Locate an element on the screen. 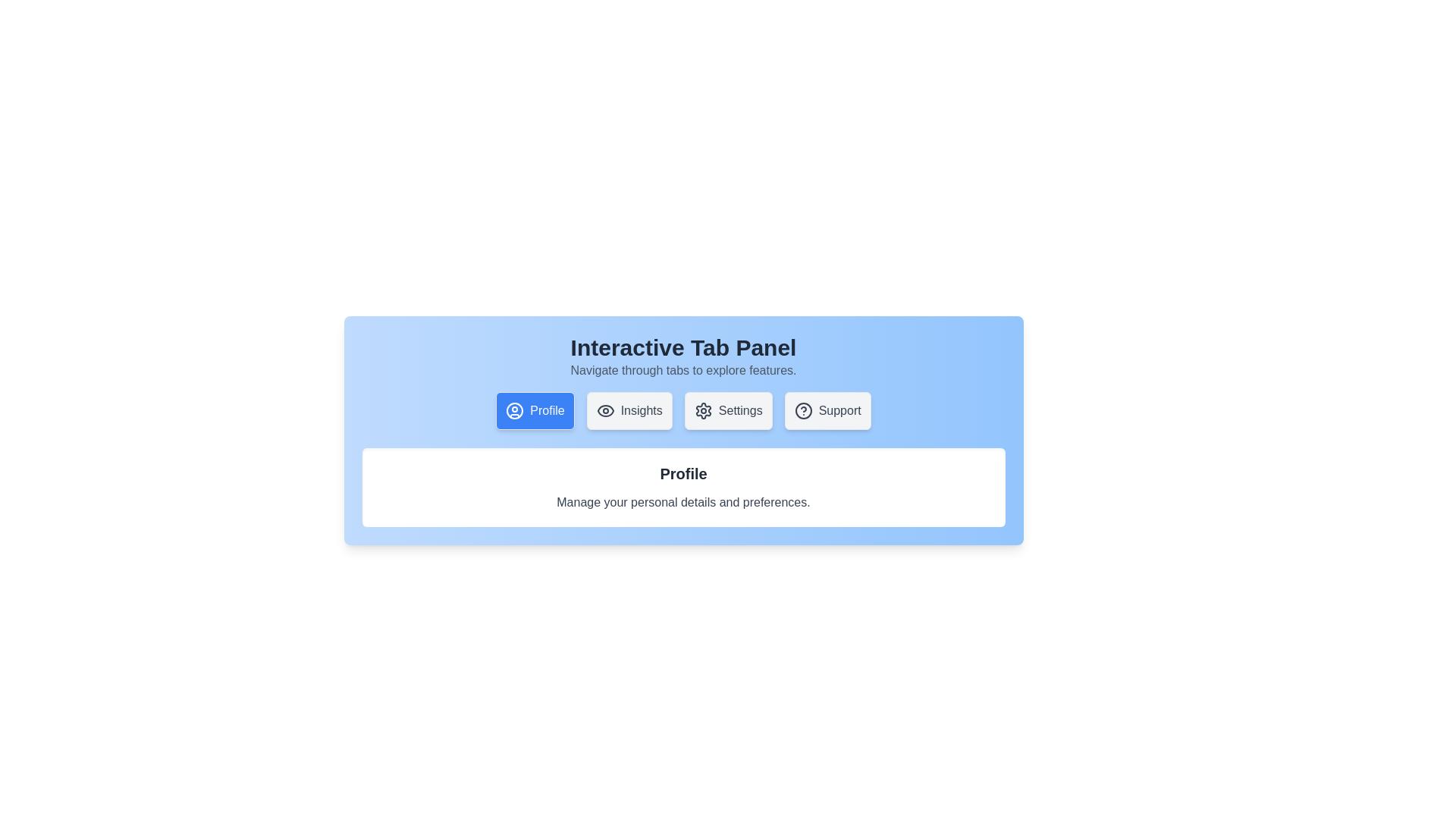 The height and width of the screenshot is (819, 1456). the Insights tab to view its content is located at coordinates (629, 411).